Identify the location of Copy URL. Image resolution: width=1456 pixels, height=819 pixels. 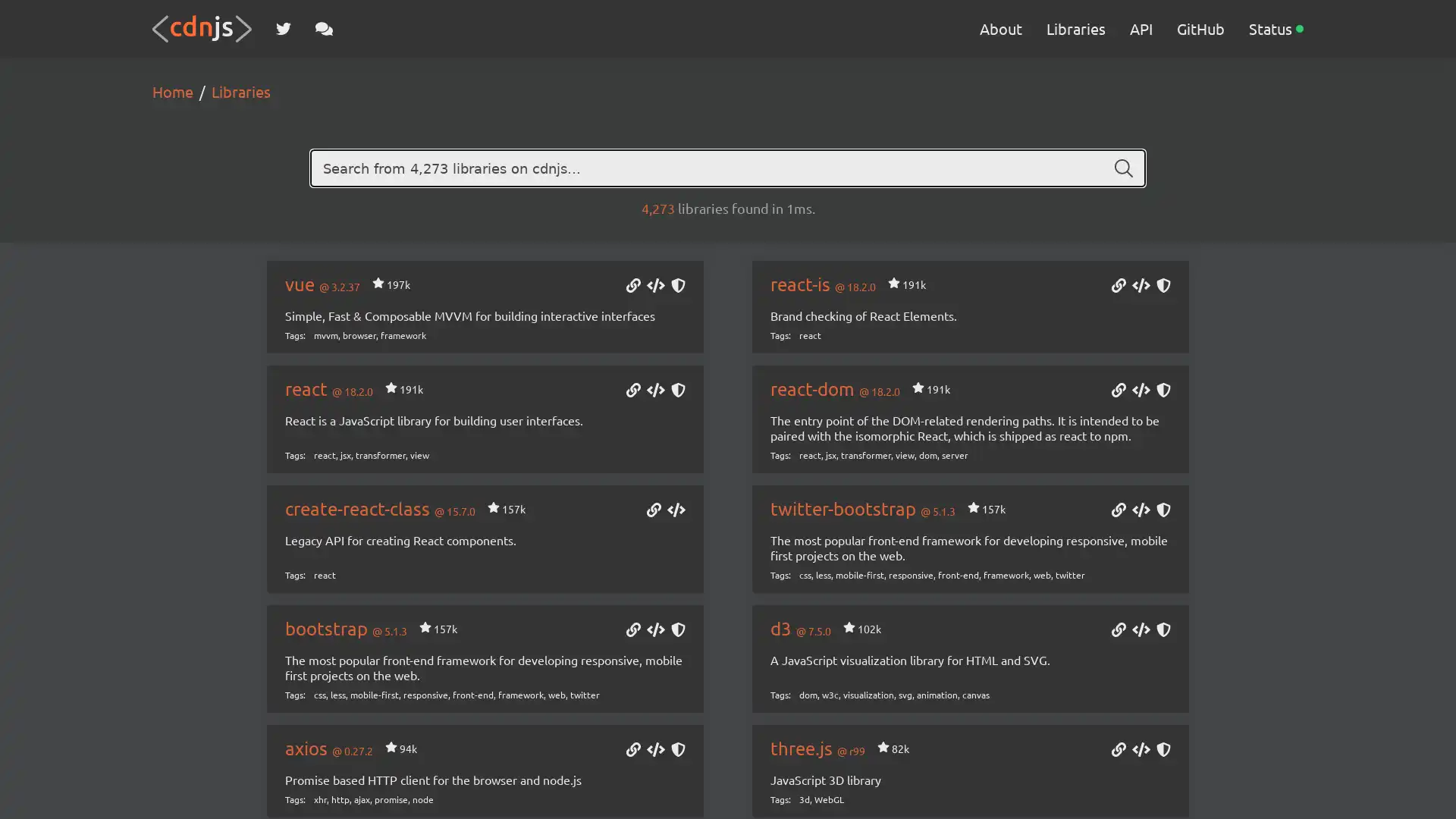
(632, 751).